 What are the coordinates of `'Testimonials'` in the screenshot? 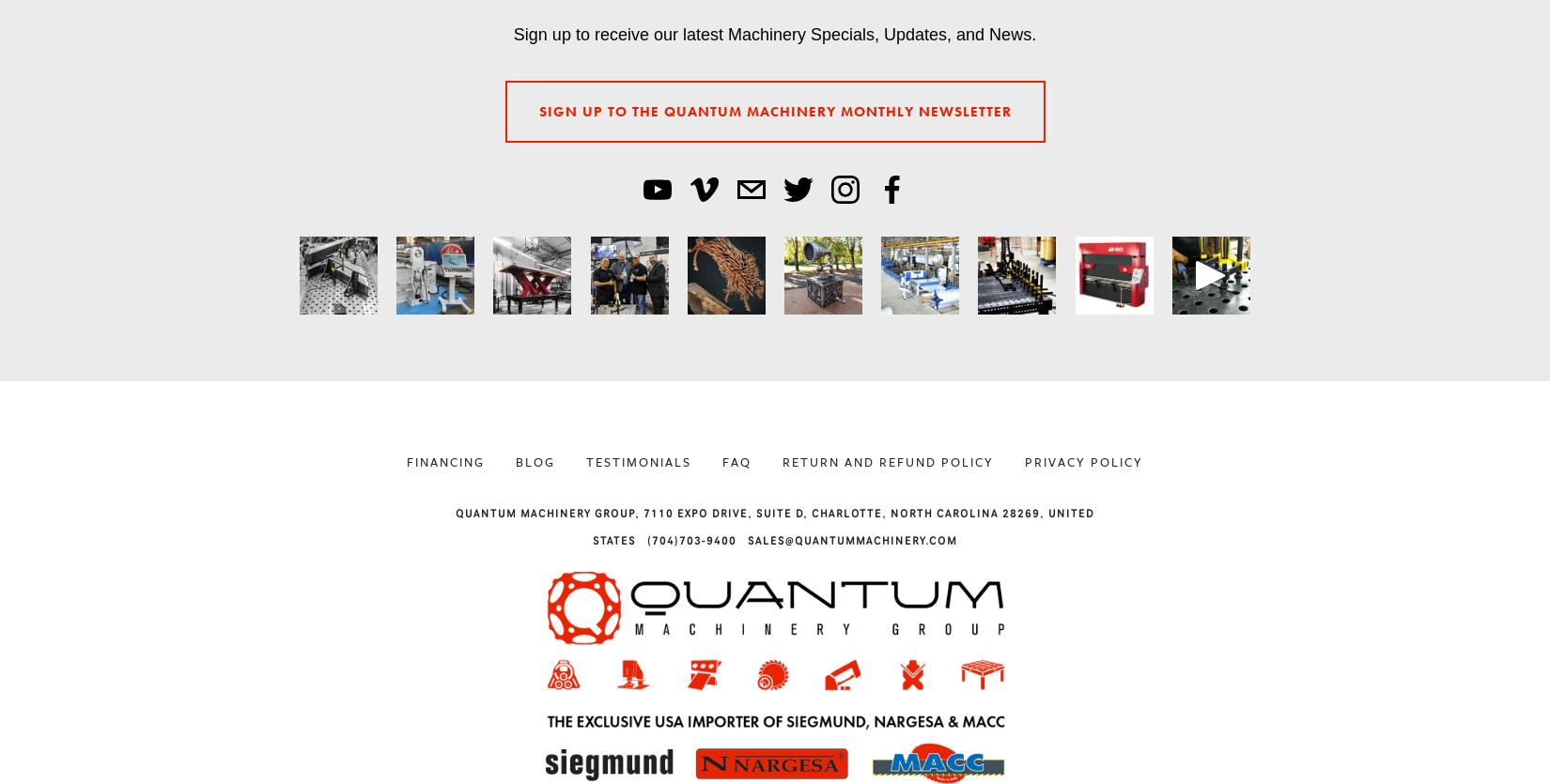 It's located at (637, 460).